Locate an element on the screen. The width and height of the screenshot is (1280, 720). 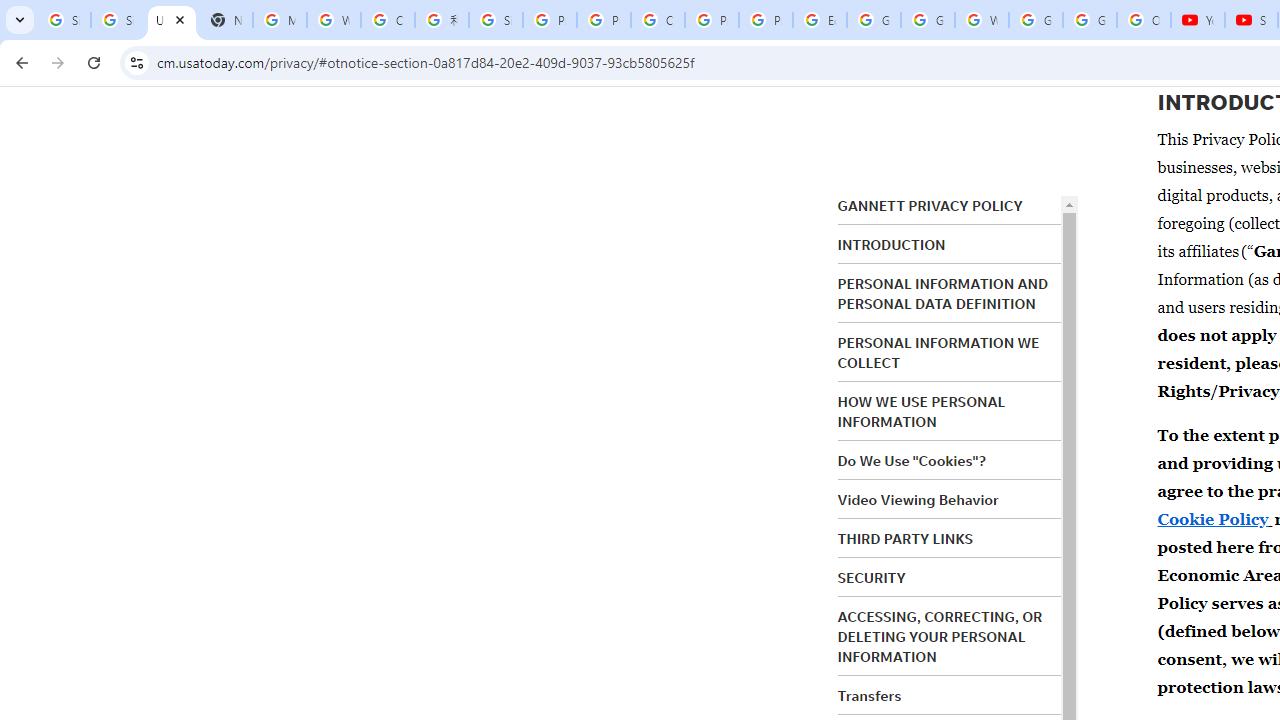
'PERSONAL INFORMATION AND PERSONAL DATA DEFINITION' is located at coordinates (942, 294).